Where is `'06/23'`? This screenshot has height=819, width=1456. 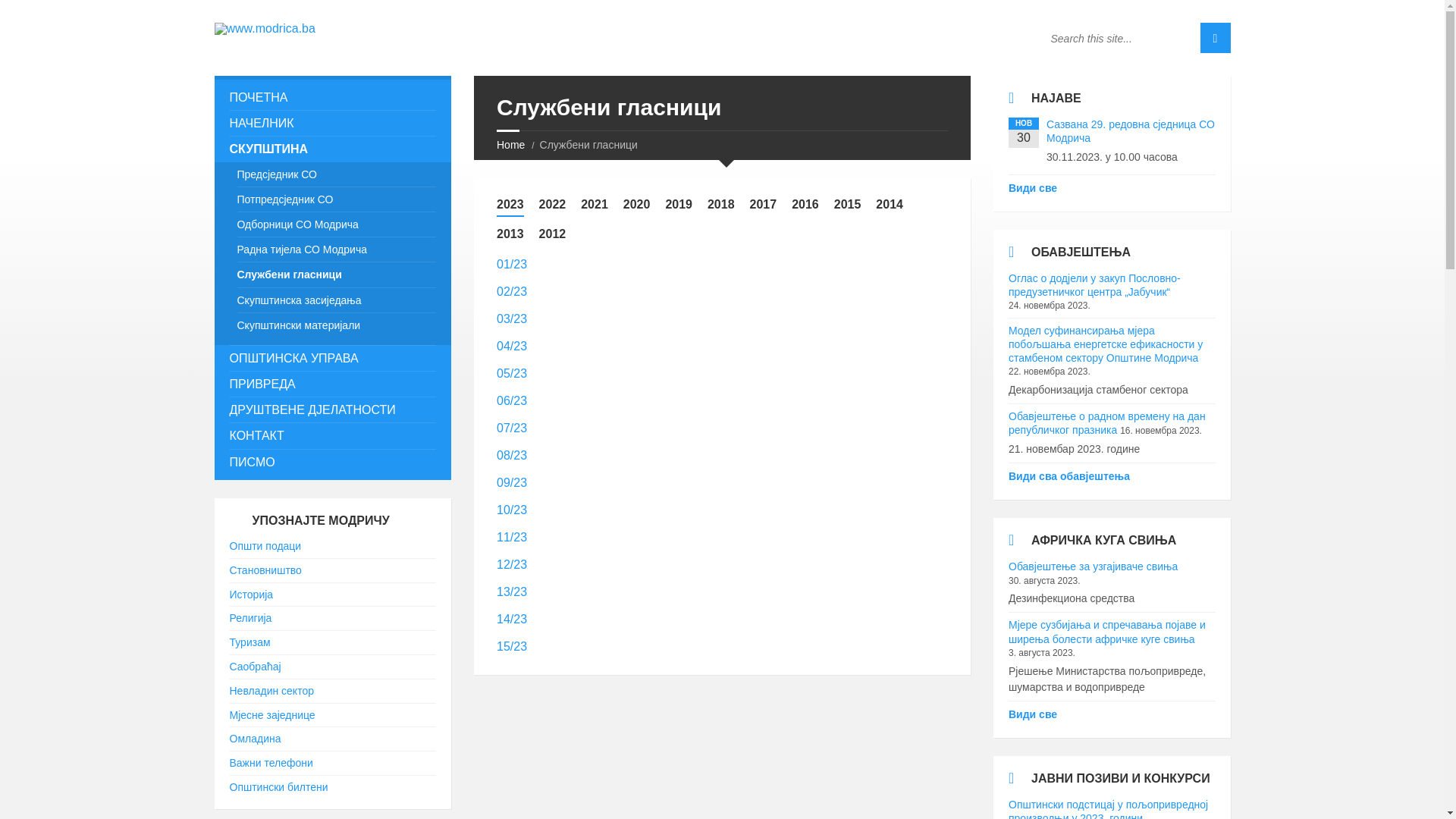
'06/23' is located at coordinates (512, 400).